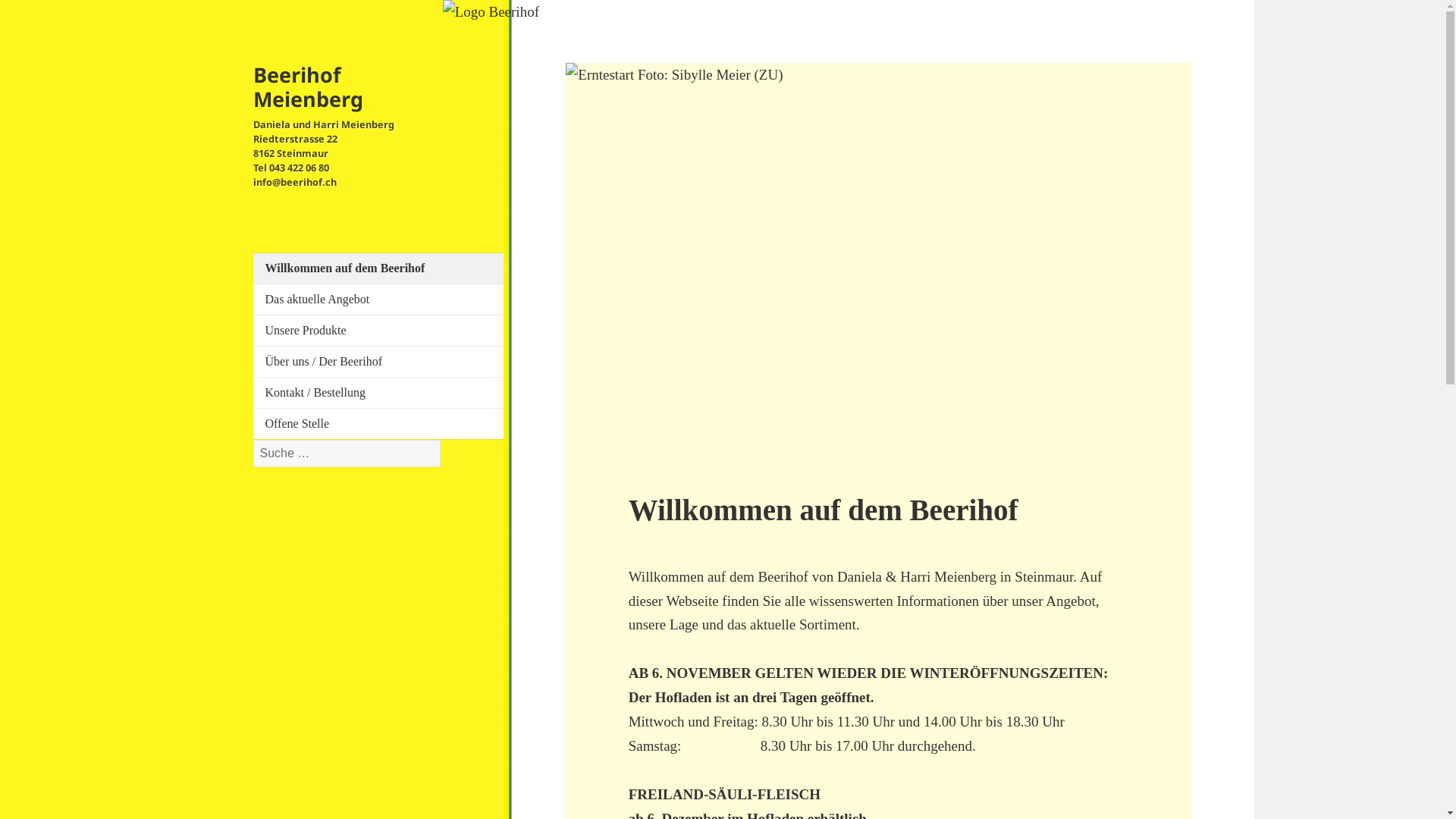  Describe the element at coordinates (439, 439) in the screenshot. I see `'Suche'` at that location.